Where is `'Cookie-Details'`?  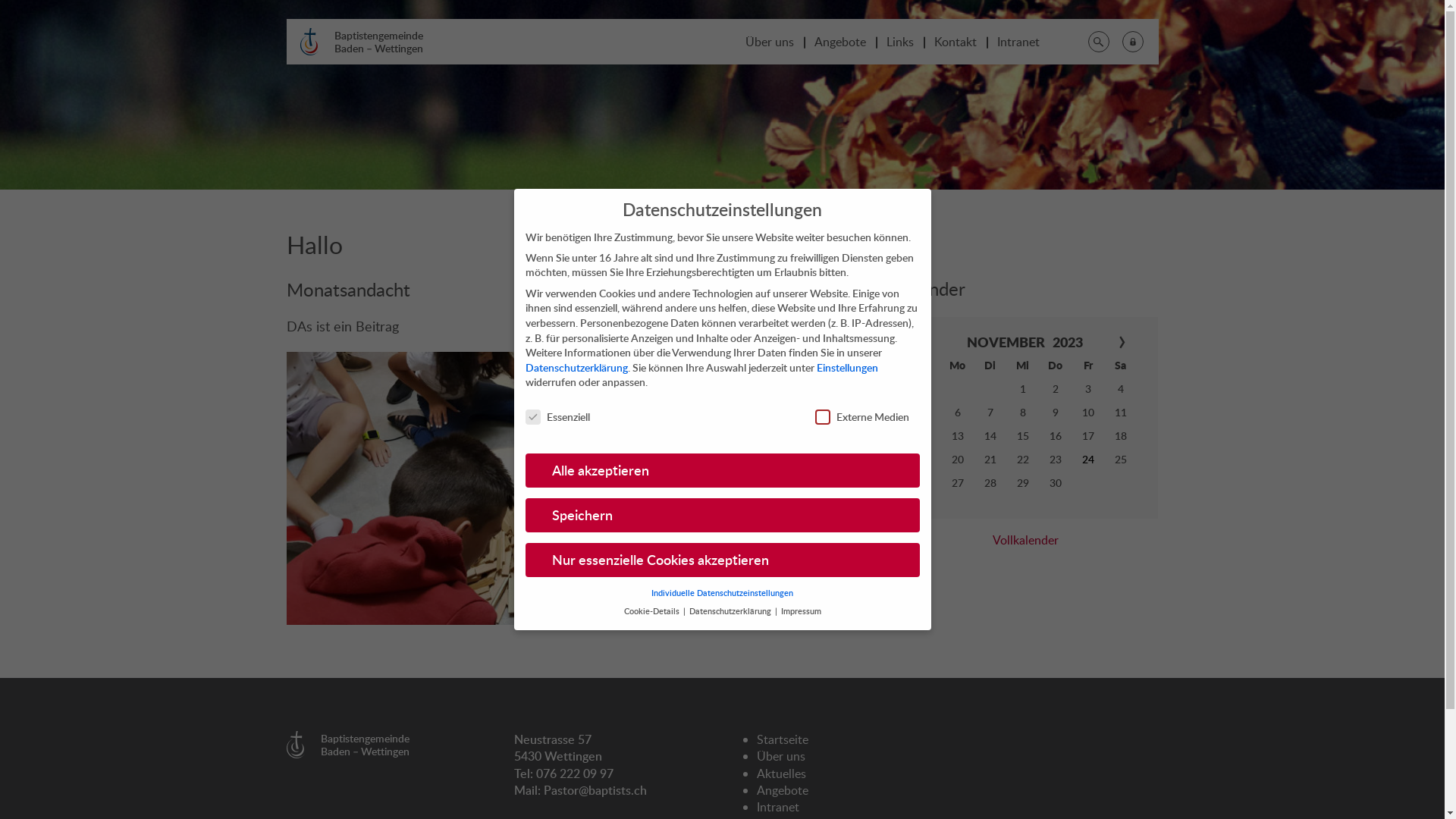 'Cookie-Details' is located at coordinates (623, 610).